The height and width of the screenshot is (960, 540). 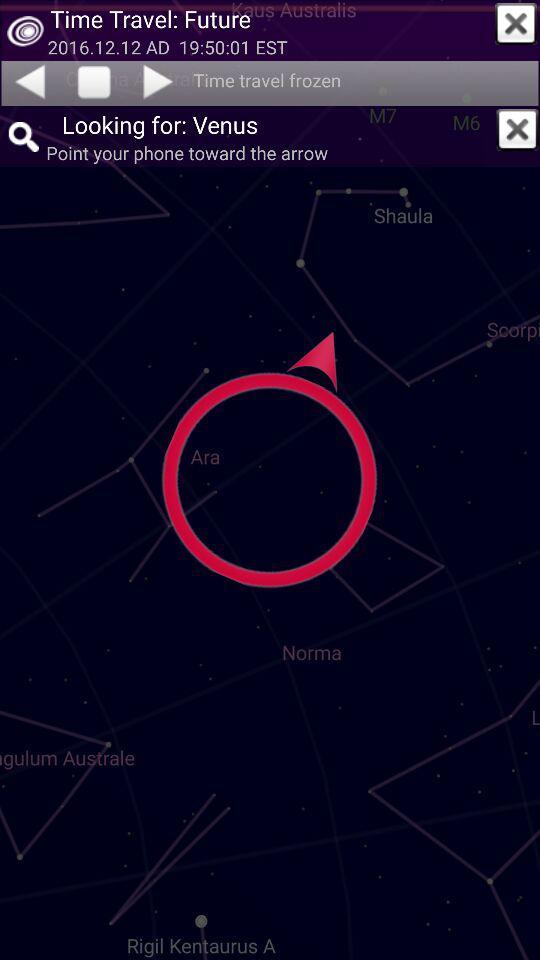 What do you see at coordinates (159, 81) in the screenshot?
I see `next screen` at bounding box center [159, 81].